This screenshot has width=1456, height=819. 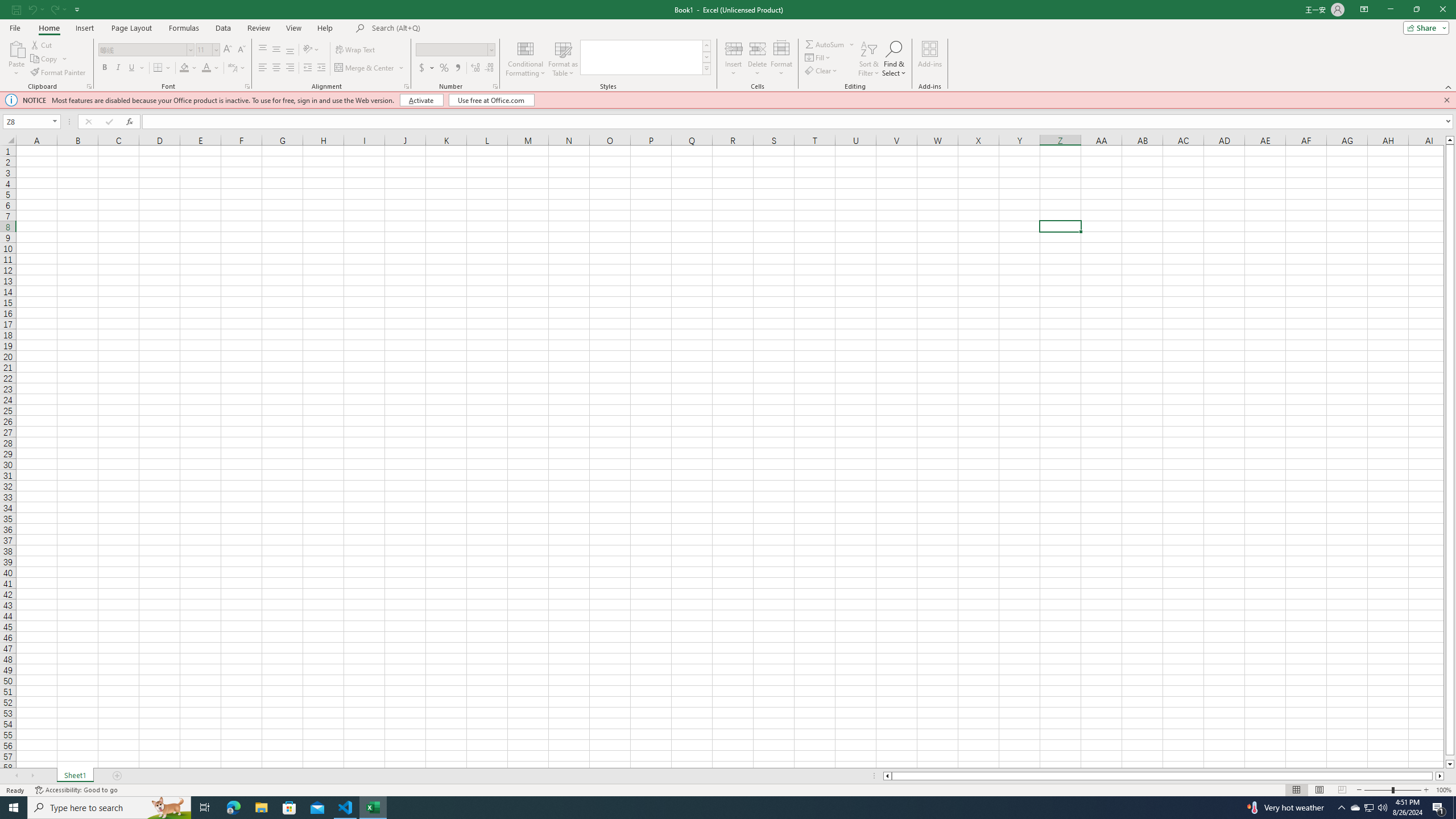 What do you see at coordinates (825, 44) in the screenshot?
I see `'Sum'` at bounding box center [825, 44].